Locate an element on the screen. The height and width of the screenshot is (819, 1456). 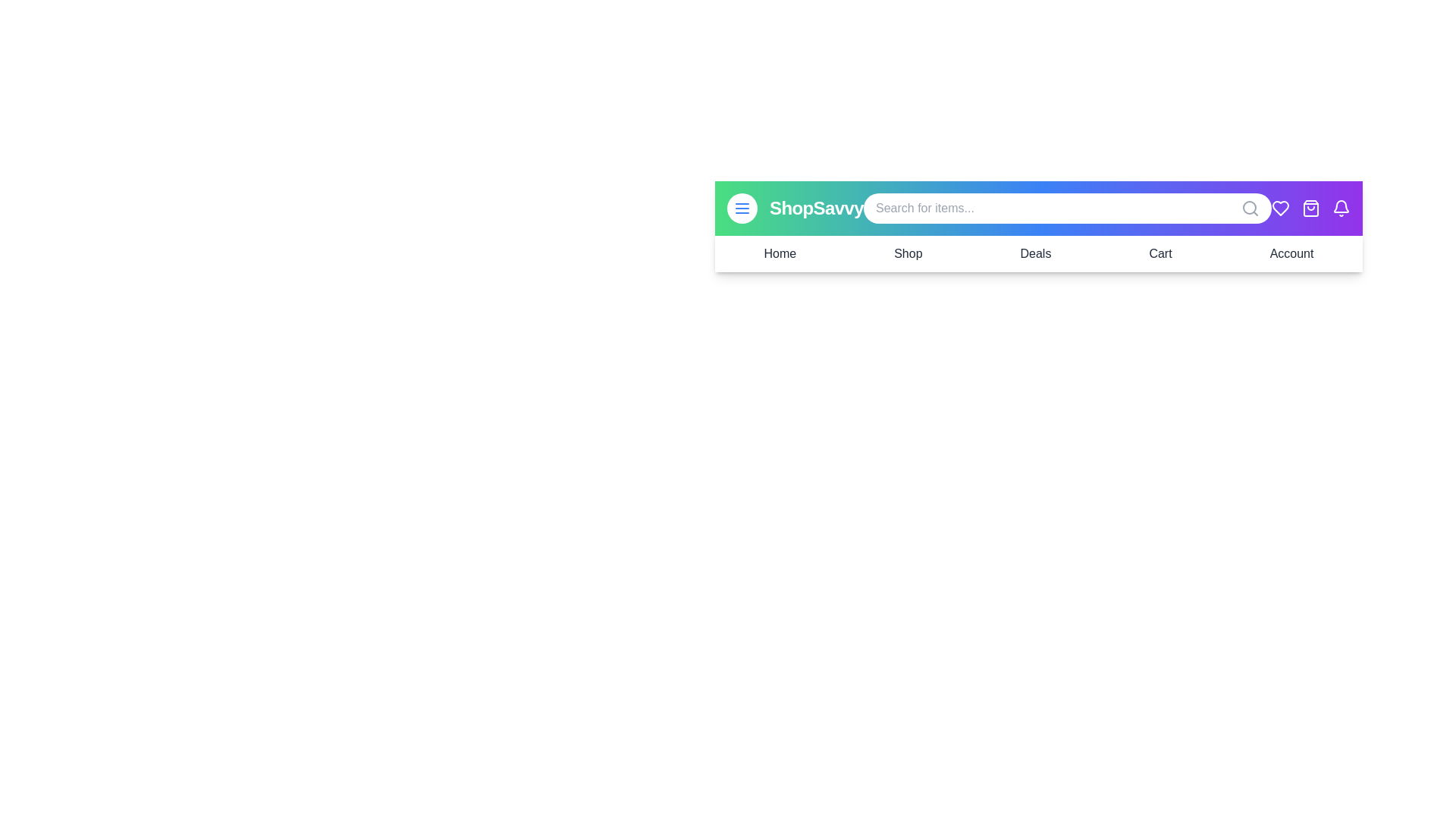
bell icon to trigger the notification settings or view is located at coordinates (1341, 208).